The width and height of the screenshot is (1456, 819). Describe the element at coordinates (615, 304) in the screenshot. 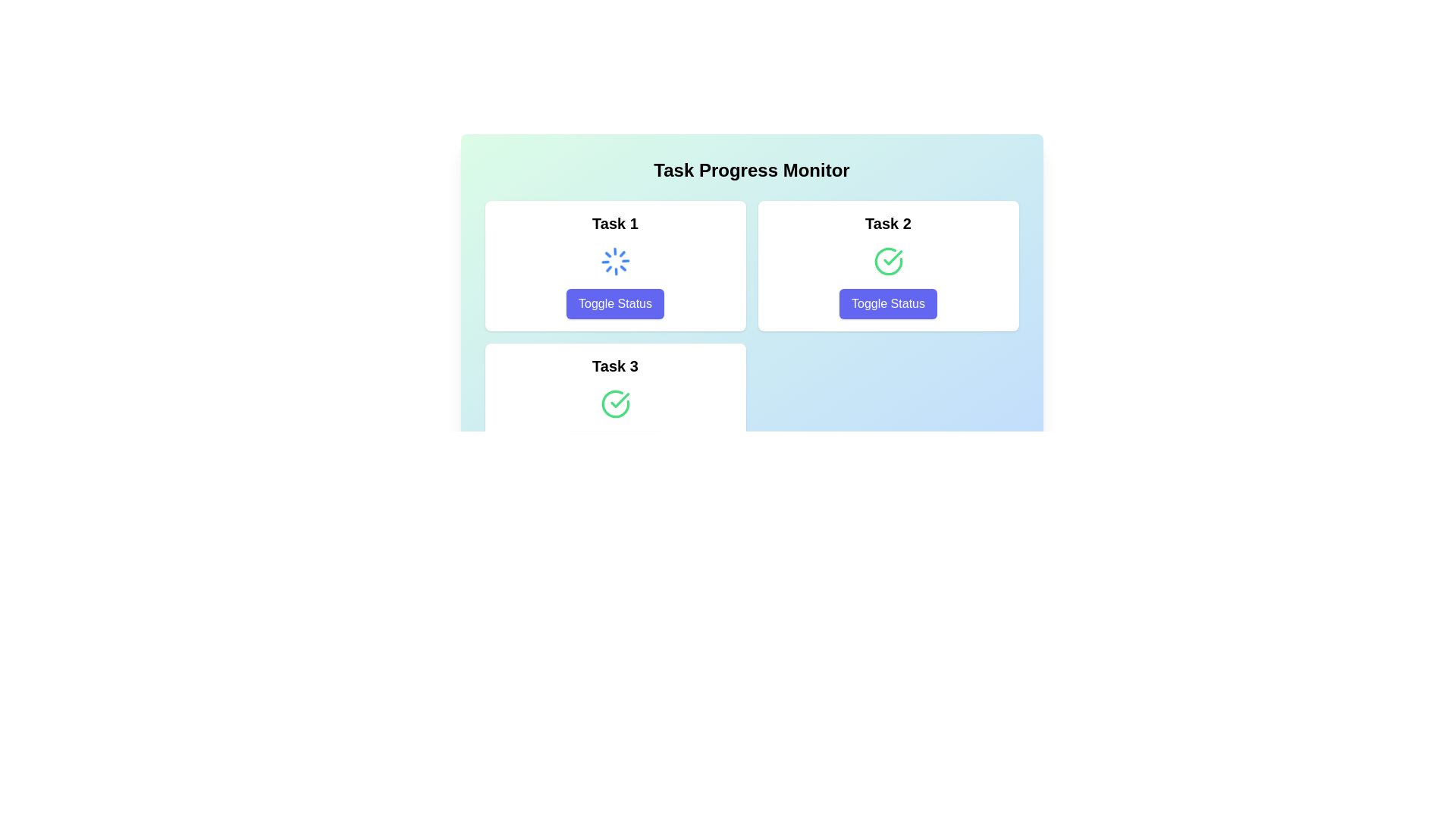

I see `the toggle button associated with 'Task 1'` at that location.